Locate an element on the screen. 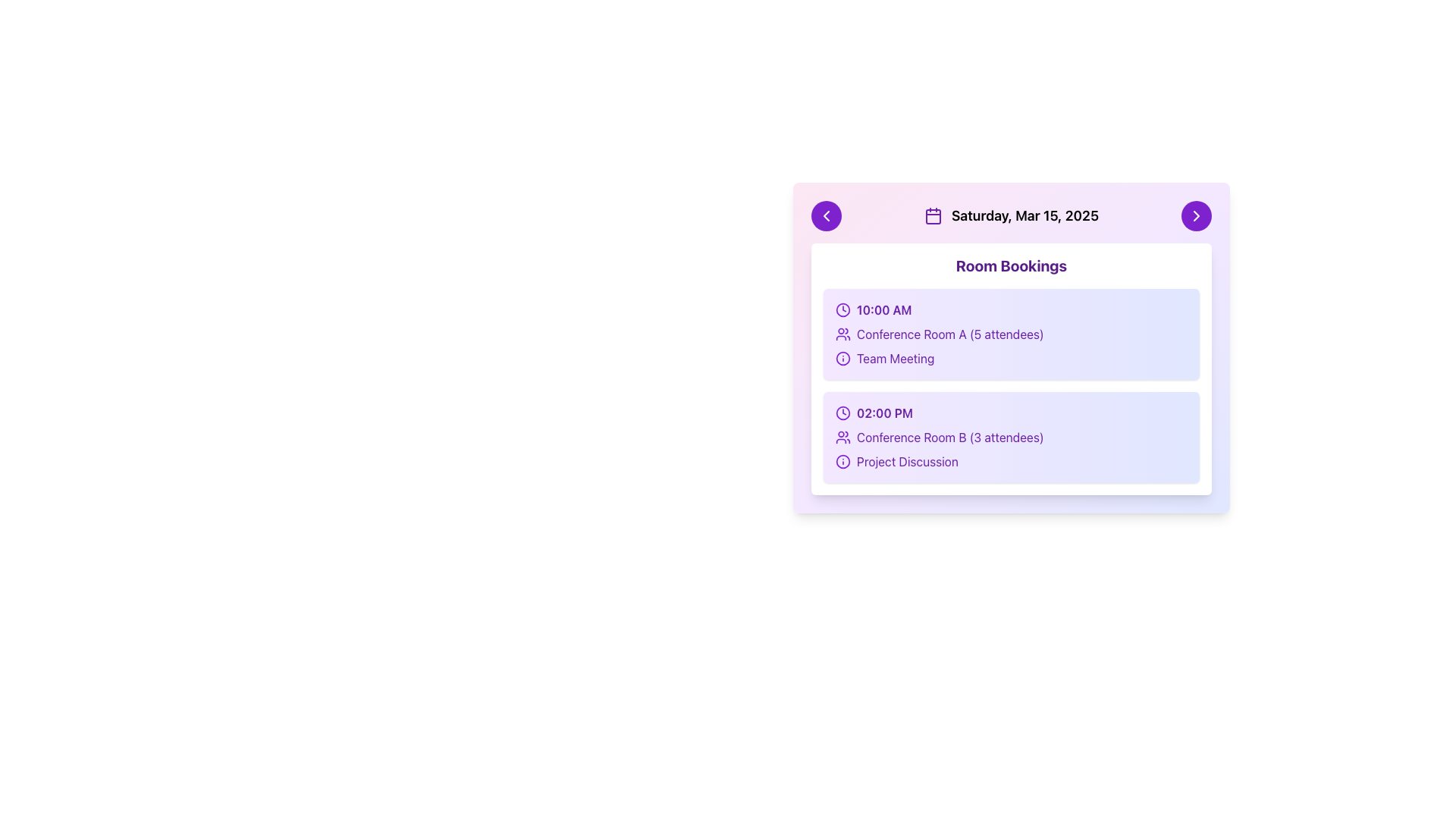 The image size is (1456, 819). the chevron icon inside the circular purple button at the top-right corner of the 'Room Bookings' panel is located at coordinates (1196, 216).